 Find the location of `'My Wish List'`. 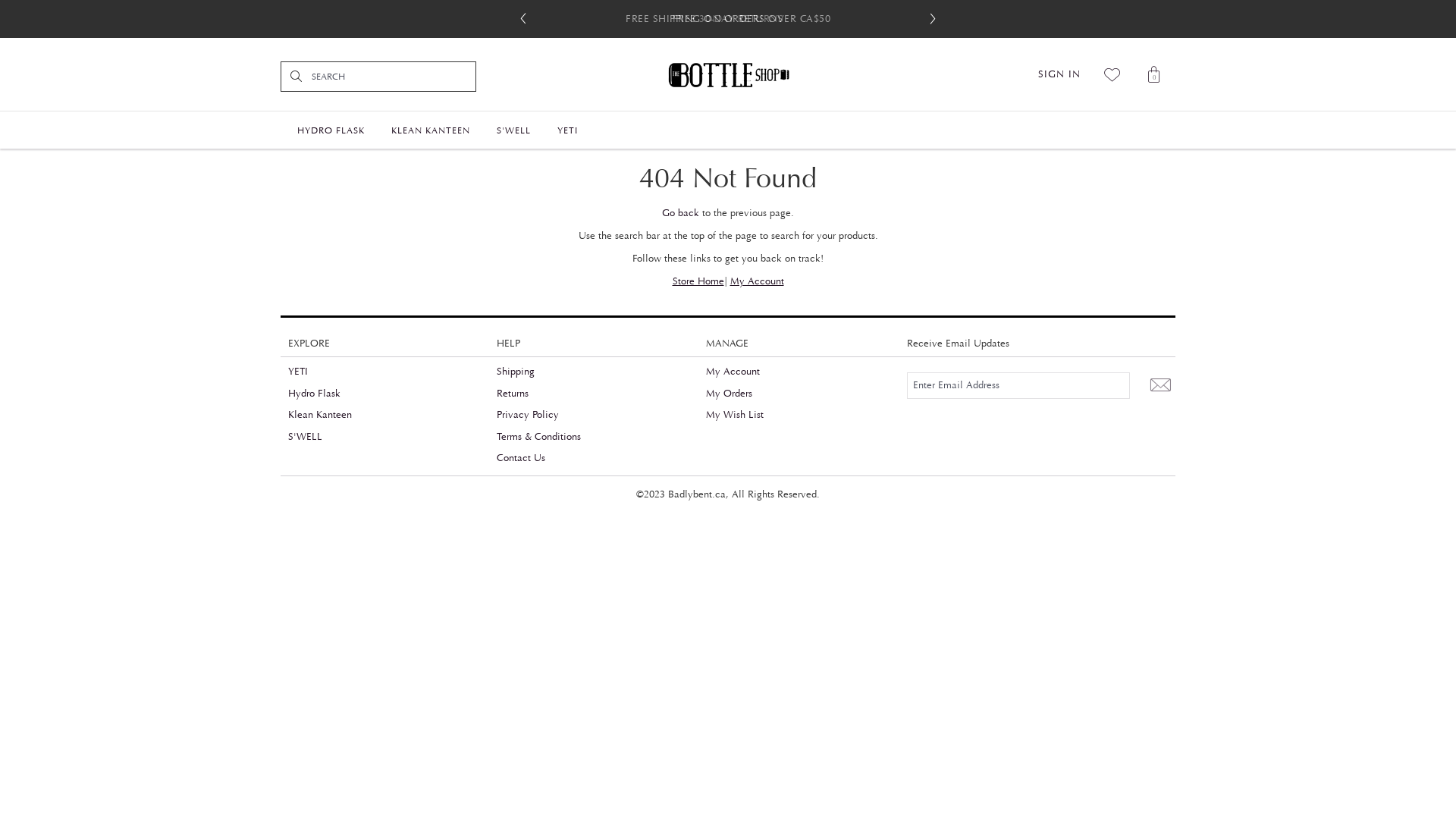

'My Wish List' is located at coordinates (705, 415).